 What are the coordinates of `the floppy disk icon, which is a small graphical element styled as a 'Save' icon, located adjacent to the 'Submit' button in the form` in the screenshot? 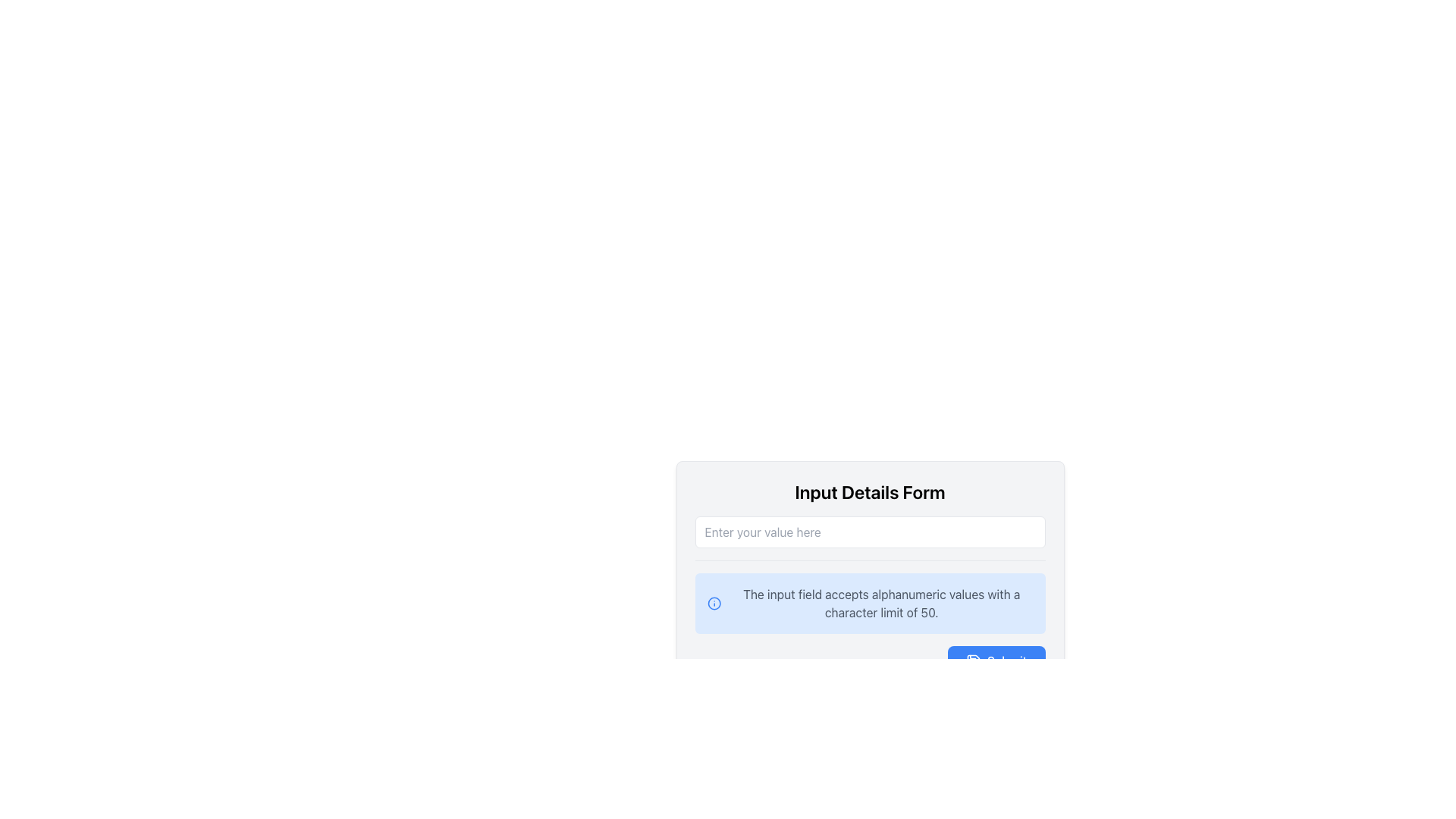 It's located at (973, 660).